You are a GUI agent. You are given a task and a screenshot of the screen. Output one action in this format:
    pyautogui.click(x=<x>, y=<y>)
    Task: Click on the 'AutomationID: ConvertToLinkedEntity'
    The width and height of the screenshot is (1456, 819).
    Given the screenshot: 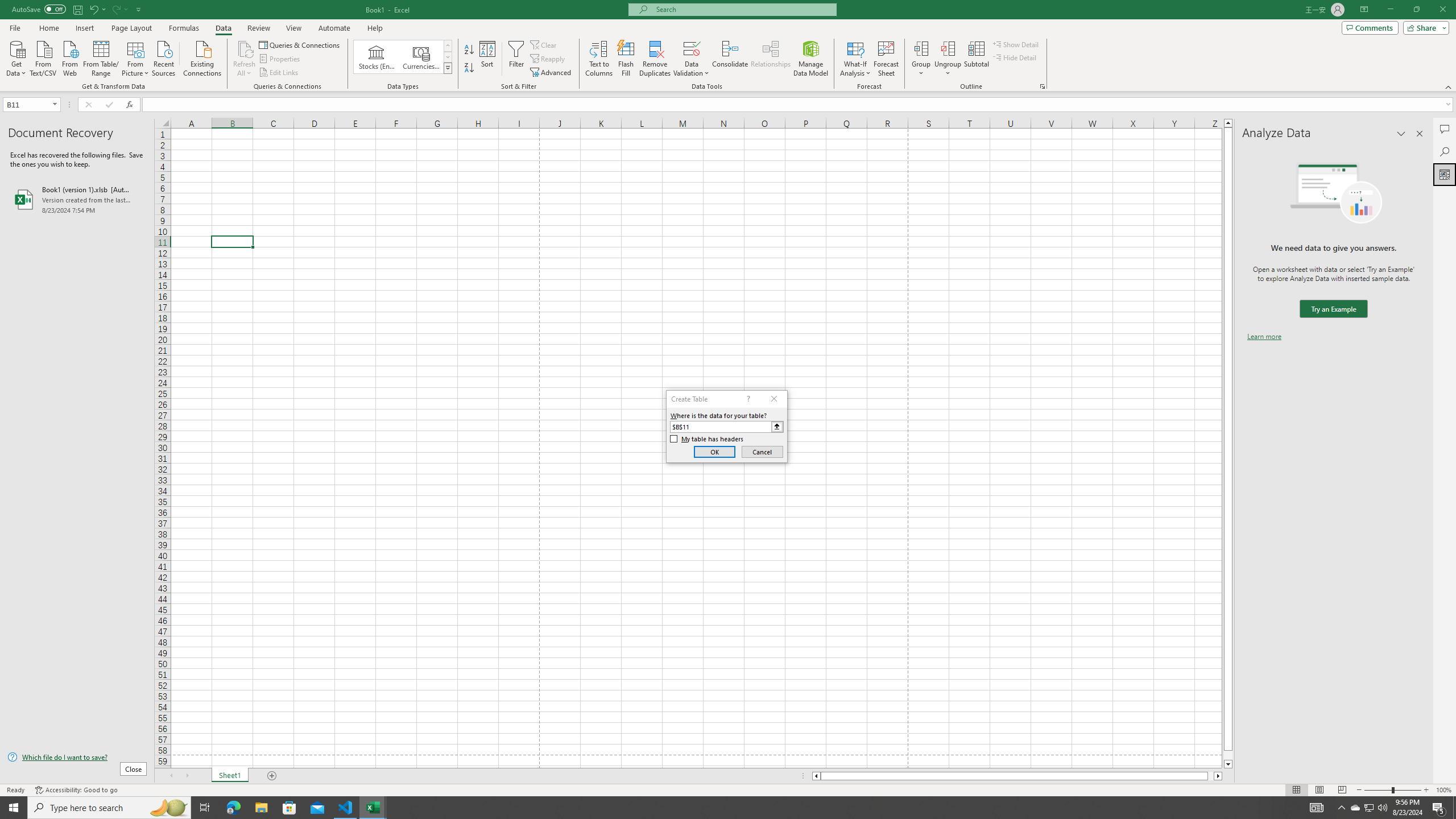 What is the action you would take?
    pyautogui.click(x=403, y=56)
    